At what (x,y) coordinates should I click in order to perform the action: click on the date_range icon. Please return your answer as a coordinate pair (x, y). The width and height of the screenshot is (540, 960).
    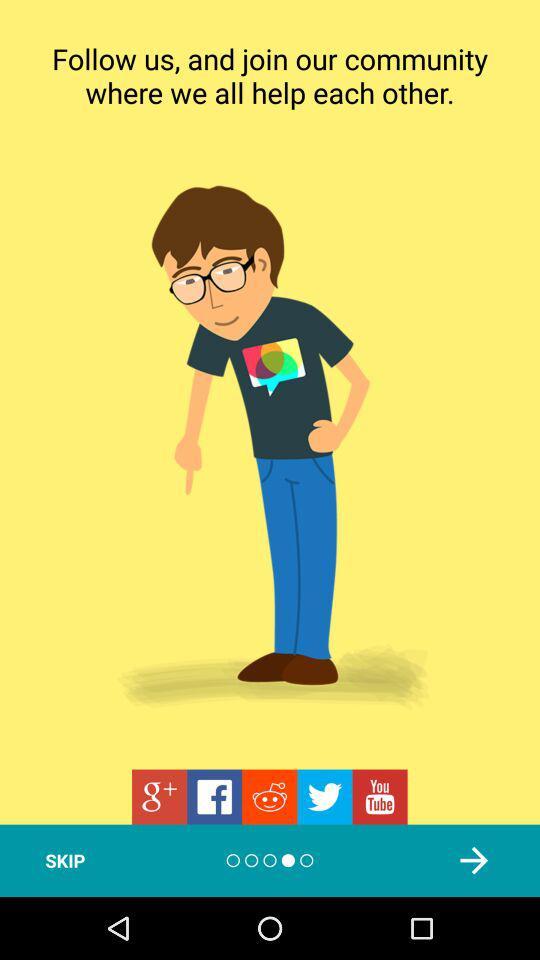
    Looking at the image, I should click on (380, 797).